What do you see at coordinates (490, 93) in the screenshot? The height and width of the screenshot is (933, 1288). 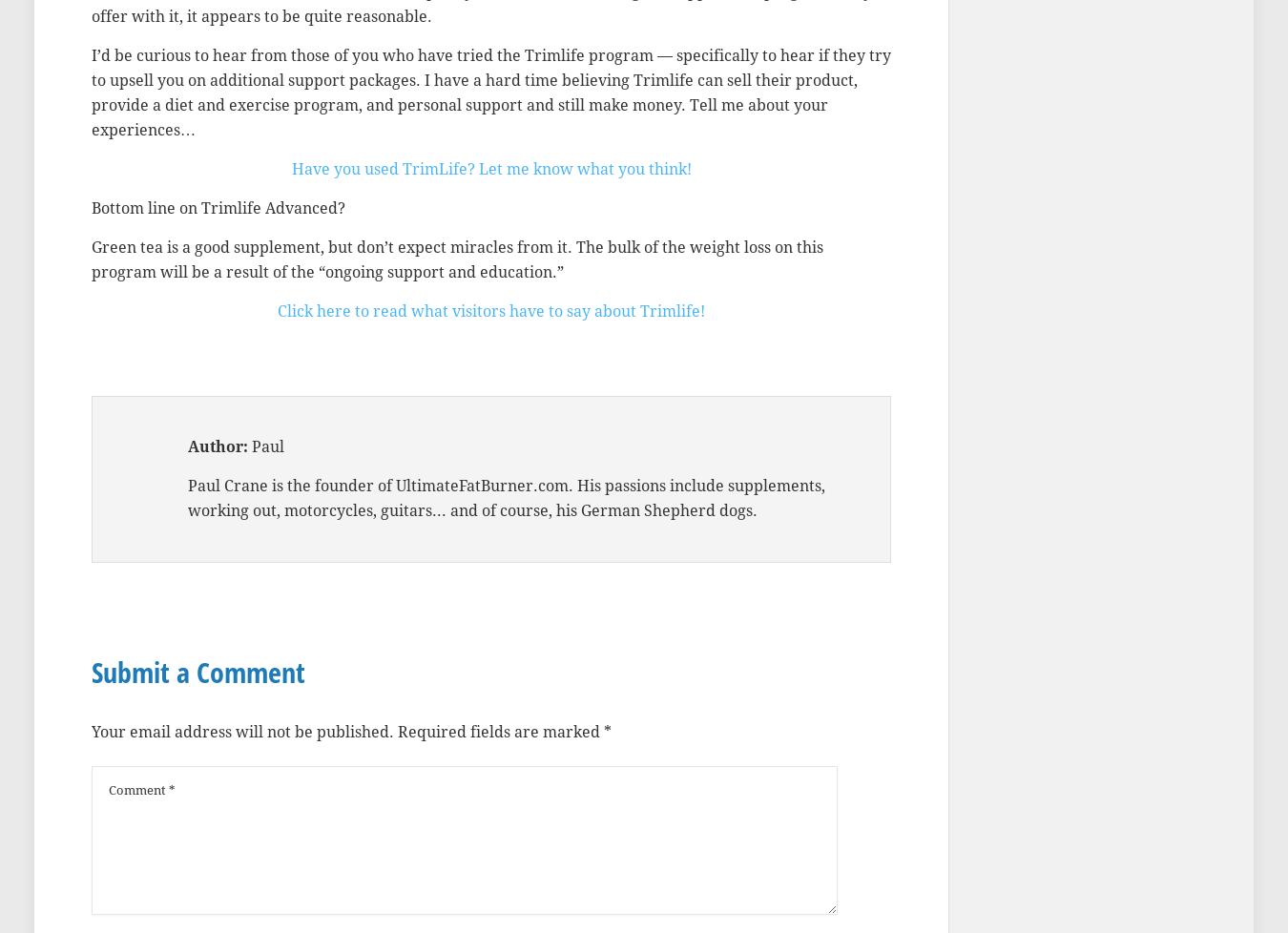 I see `'I’d be curious to hear from those of you who have tried the Trimlife program — specifically to hear if they try to upsell you on additional support packages. I have a hard time believing Trimlife can sell their product, provide a diet and exercise program, and personal support and still make money. Tell me about your experiences…'` at bounding box center [490, 93].